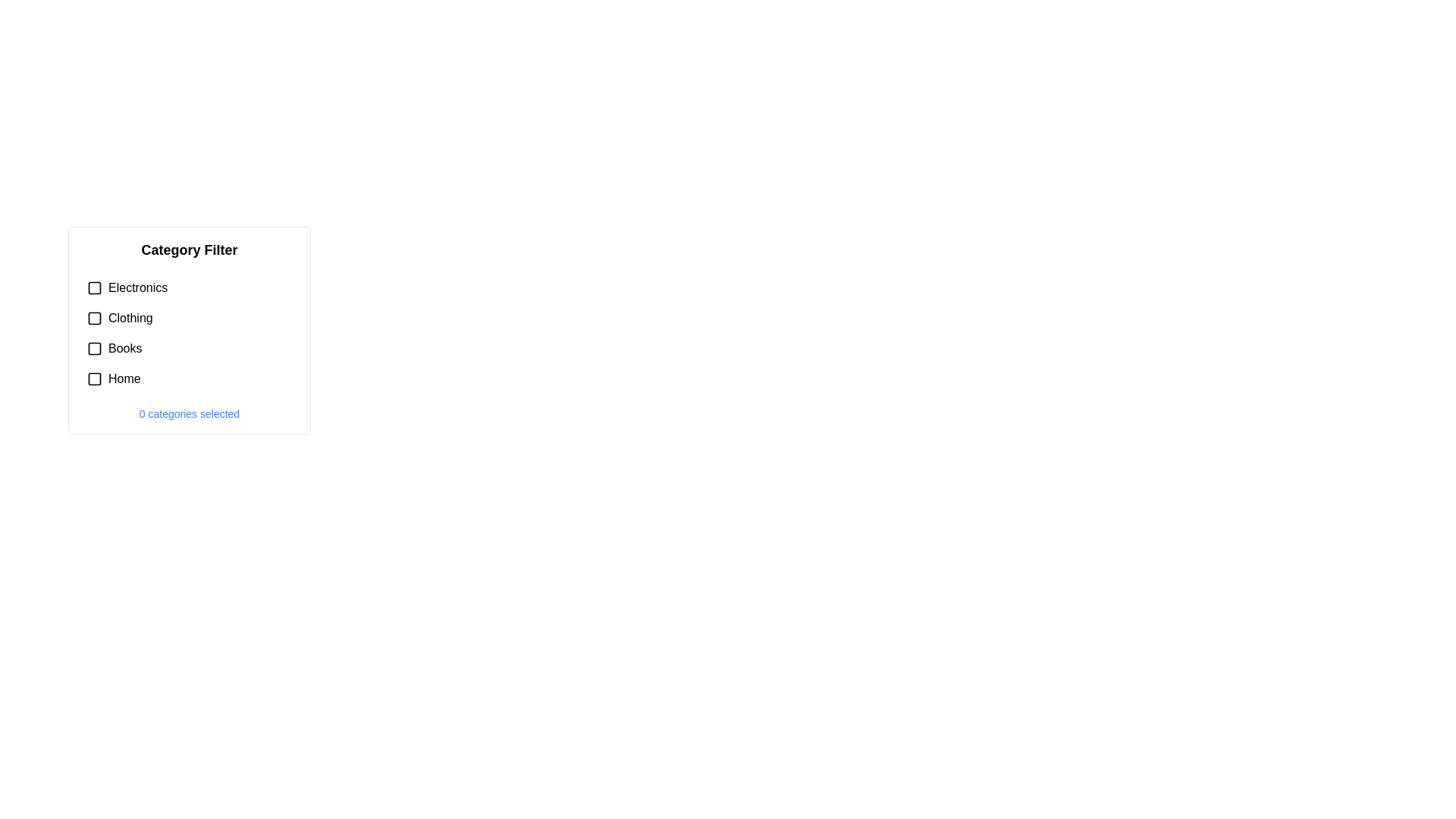  I want to click on the checkbox for the 'Home' category in the 'Category Filter' section, which is a square with rounded corners located to the left of the 'Home' label, so click(93, 378).